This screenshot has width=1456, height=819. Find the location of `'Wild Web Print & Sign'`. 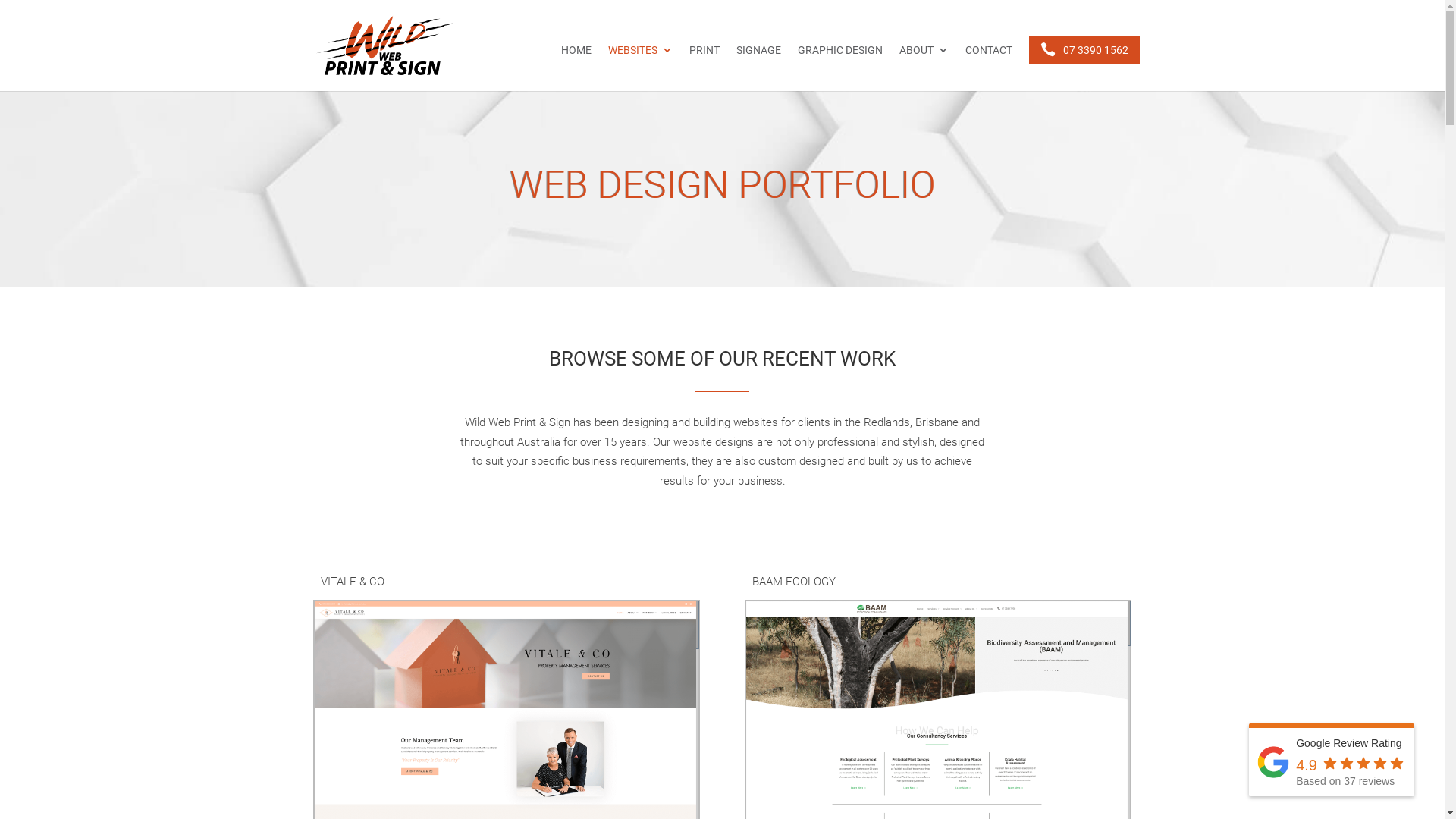

'Wild Web Print & Sign' is located at coordinates (1273, 762).